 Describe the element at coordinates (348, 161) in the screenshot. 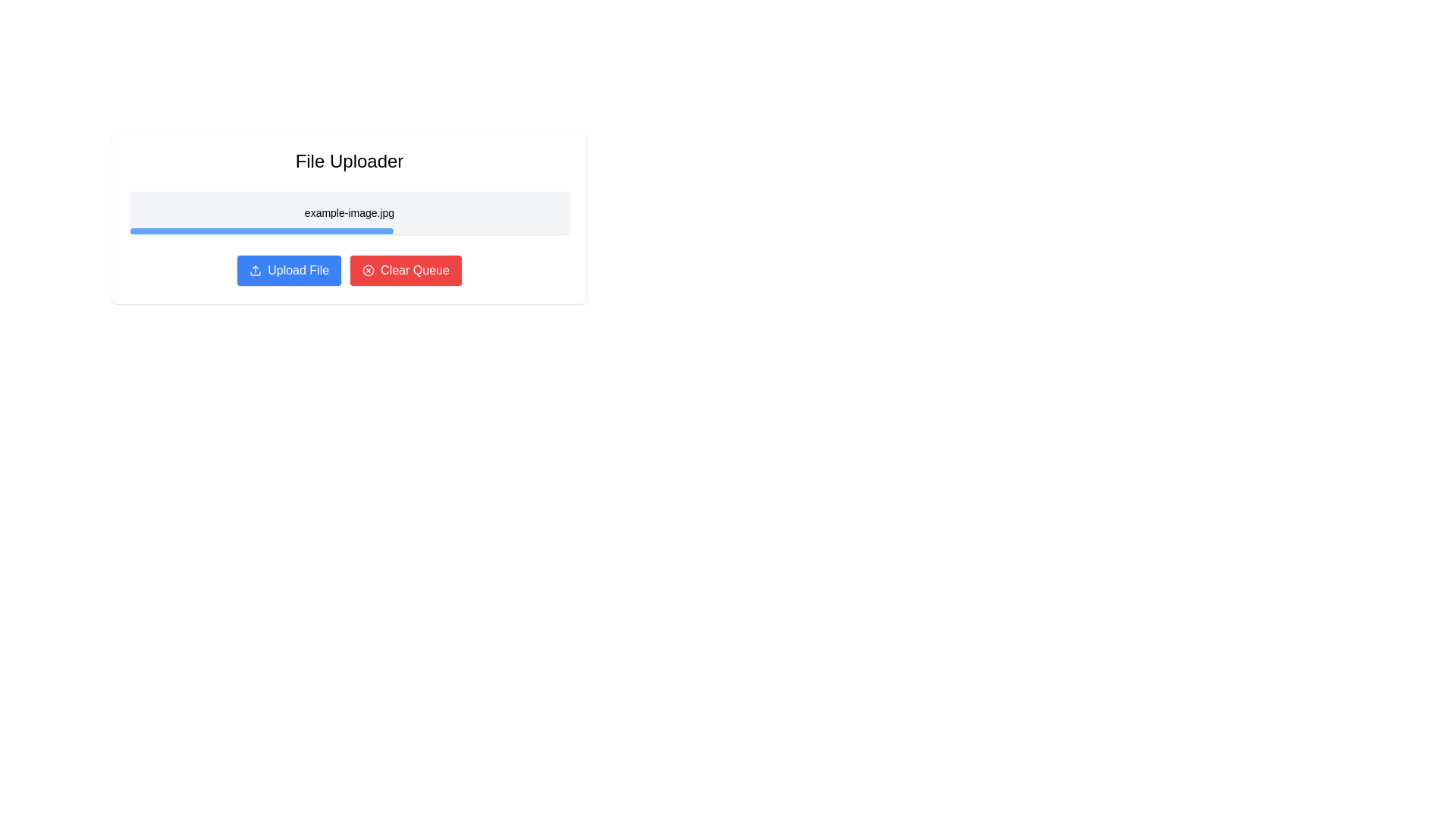

I see `the heading text that indicates the purpose of the file uploading feature, which is positioned at the top center of the interface` at that location.